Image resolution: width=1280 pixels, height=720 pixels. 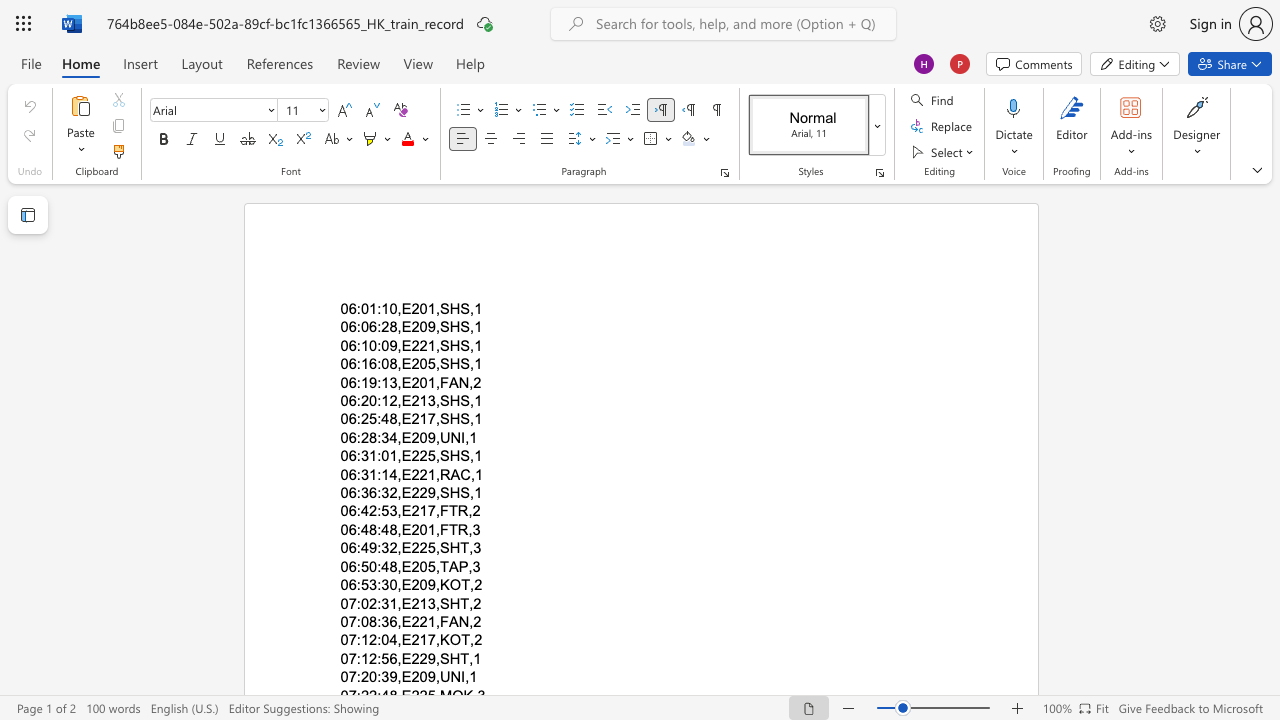 What do you see at coordinates (438, 382) in the screenshot?
I see `the subset text "FAN," within the text "06:19:13,E201,FAN,2"` at bounding box center [438, 382].